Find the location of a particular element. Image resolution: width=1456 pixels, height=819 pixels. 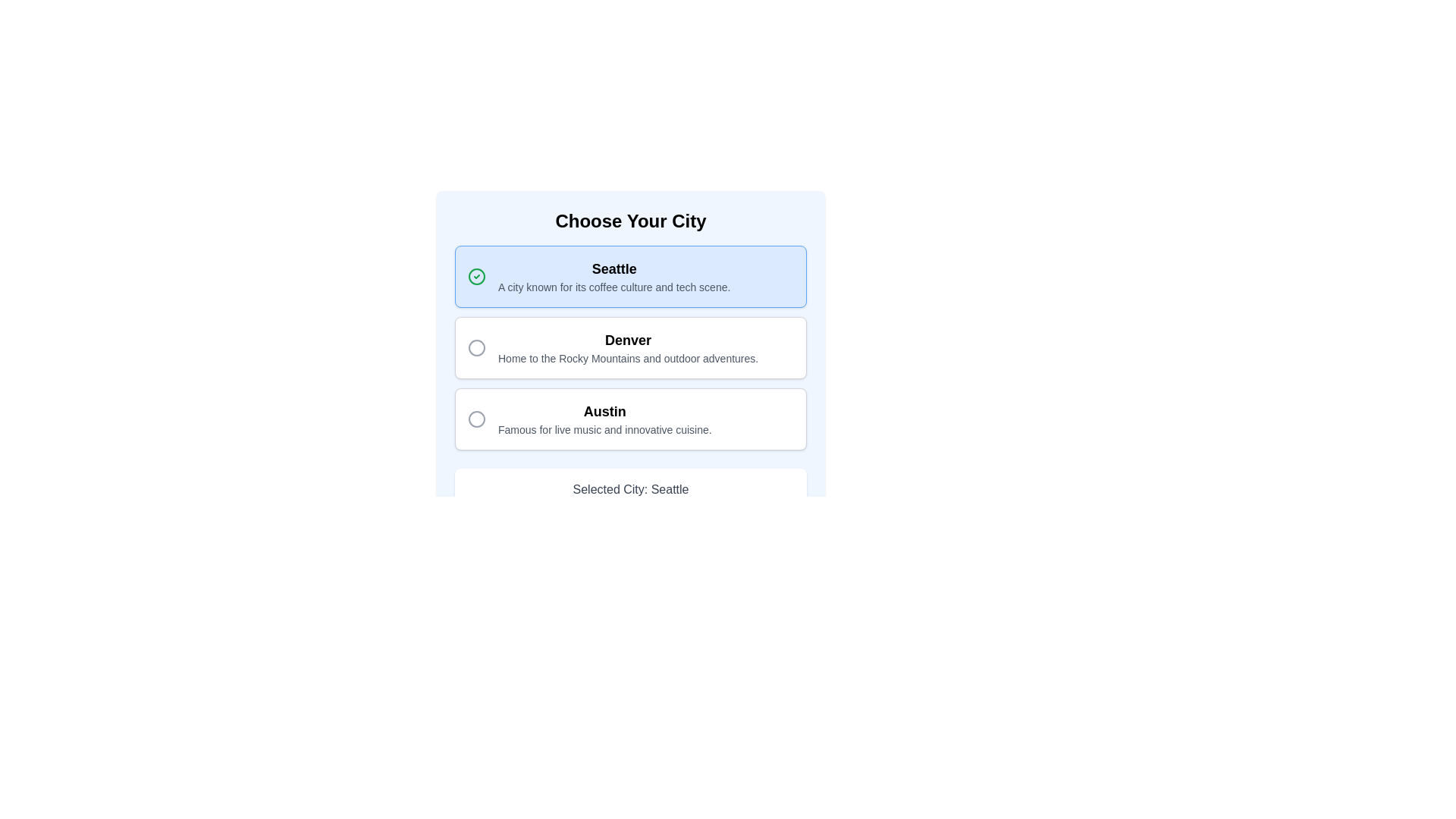

the text element providing additional details about Seattle, located directly below the 'Seattle' text within the selection card structure is located at coordinates (614, 287).